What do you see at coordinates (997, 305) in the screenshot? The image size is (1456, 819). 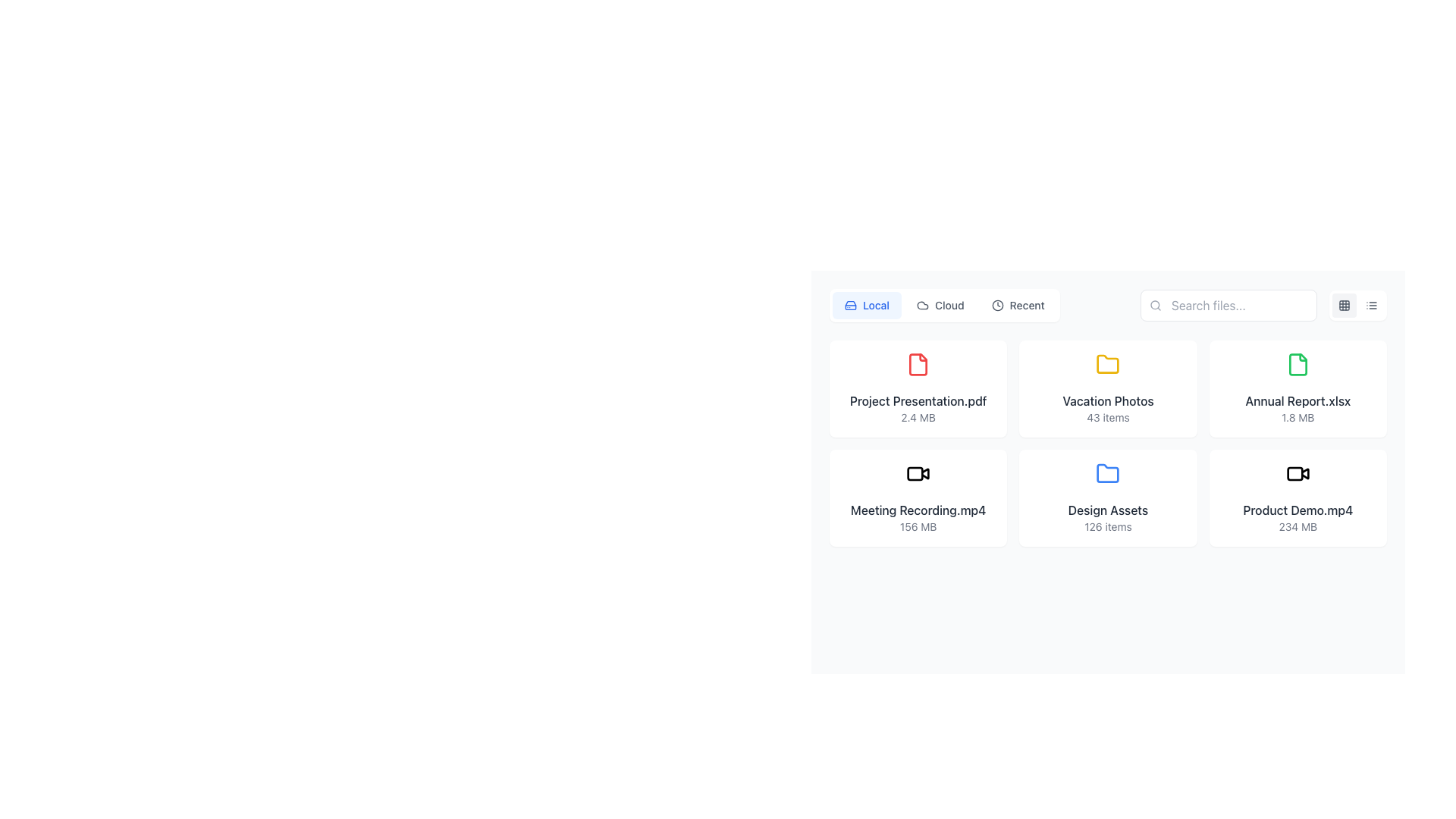 I see `the filled circular graphic component within the clock icon located near the top-right of the file interface, next to the column headers` at bounding box center [997, 305].